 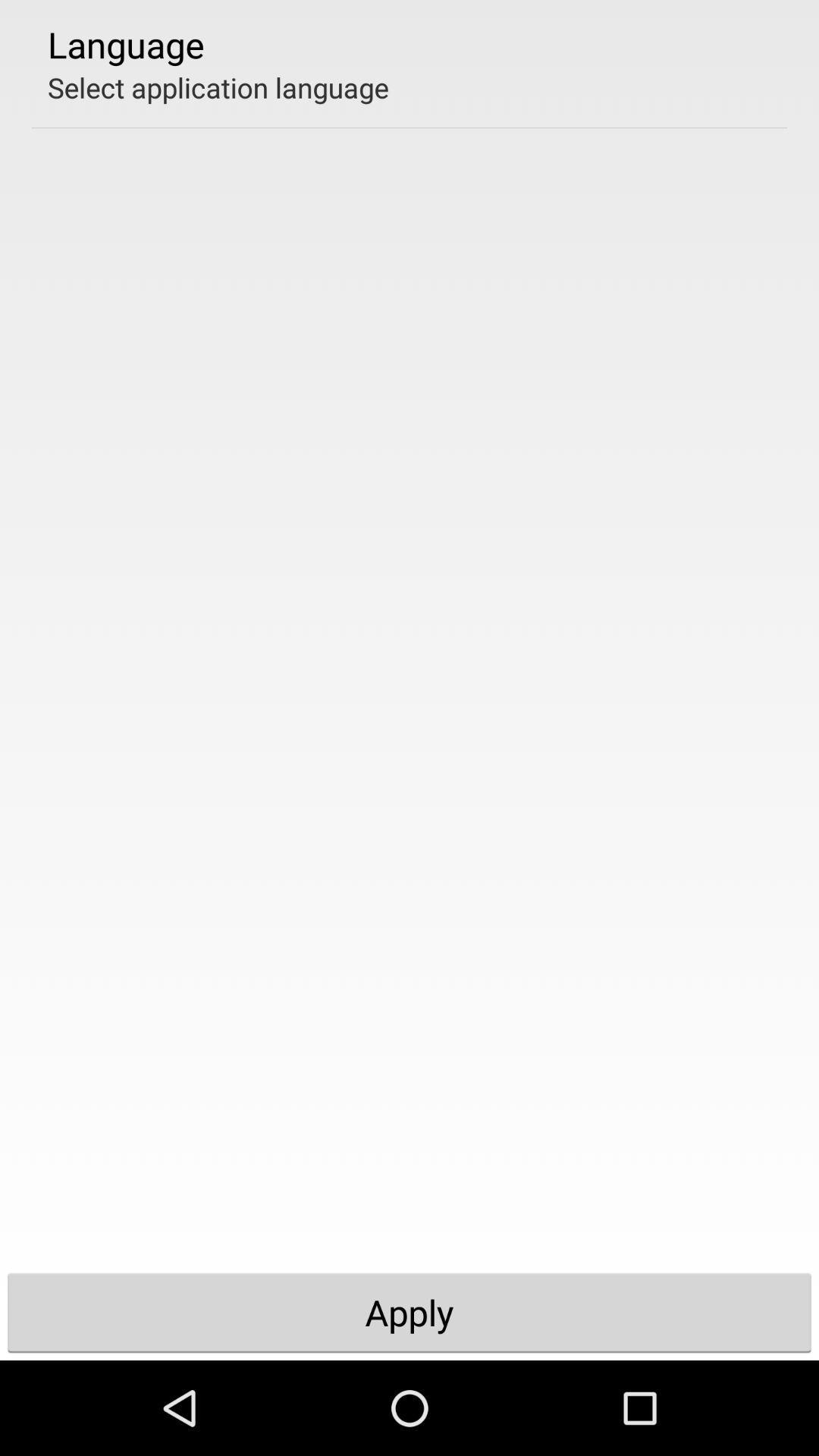 What do you see at coordinates (409, 1312) in the screenshot?
I see `apply button` at bounding box center [409, 1312].